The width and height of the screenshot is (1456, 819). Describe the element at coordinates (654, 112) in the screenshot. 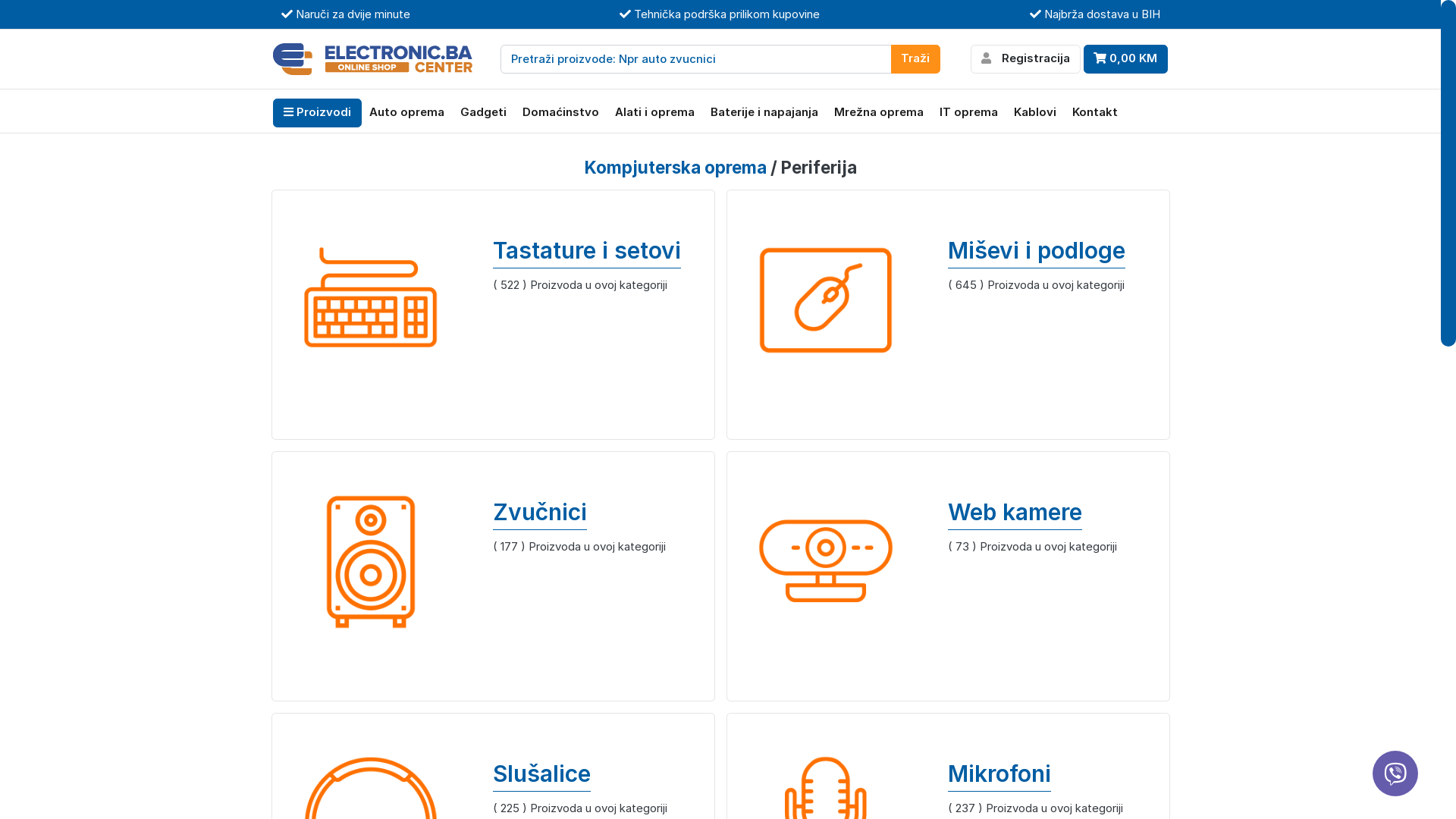

I see `'Alati i oprema'` at that location.